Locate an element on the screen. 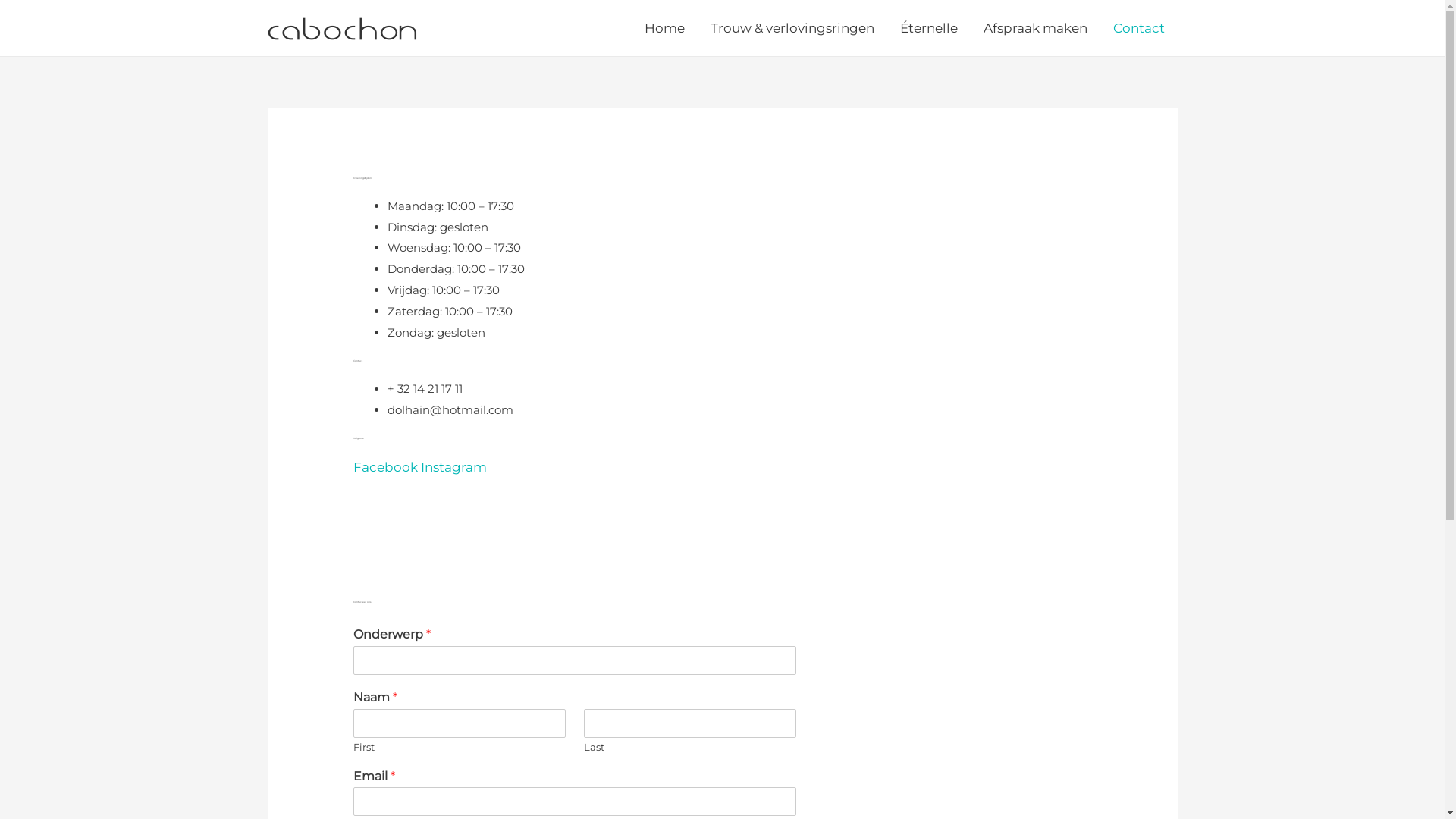 Image resolution: width=1456 pixels, height=819 pixels. 'Home' is located at coordinates (664, 28).